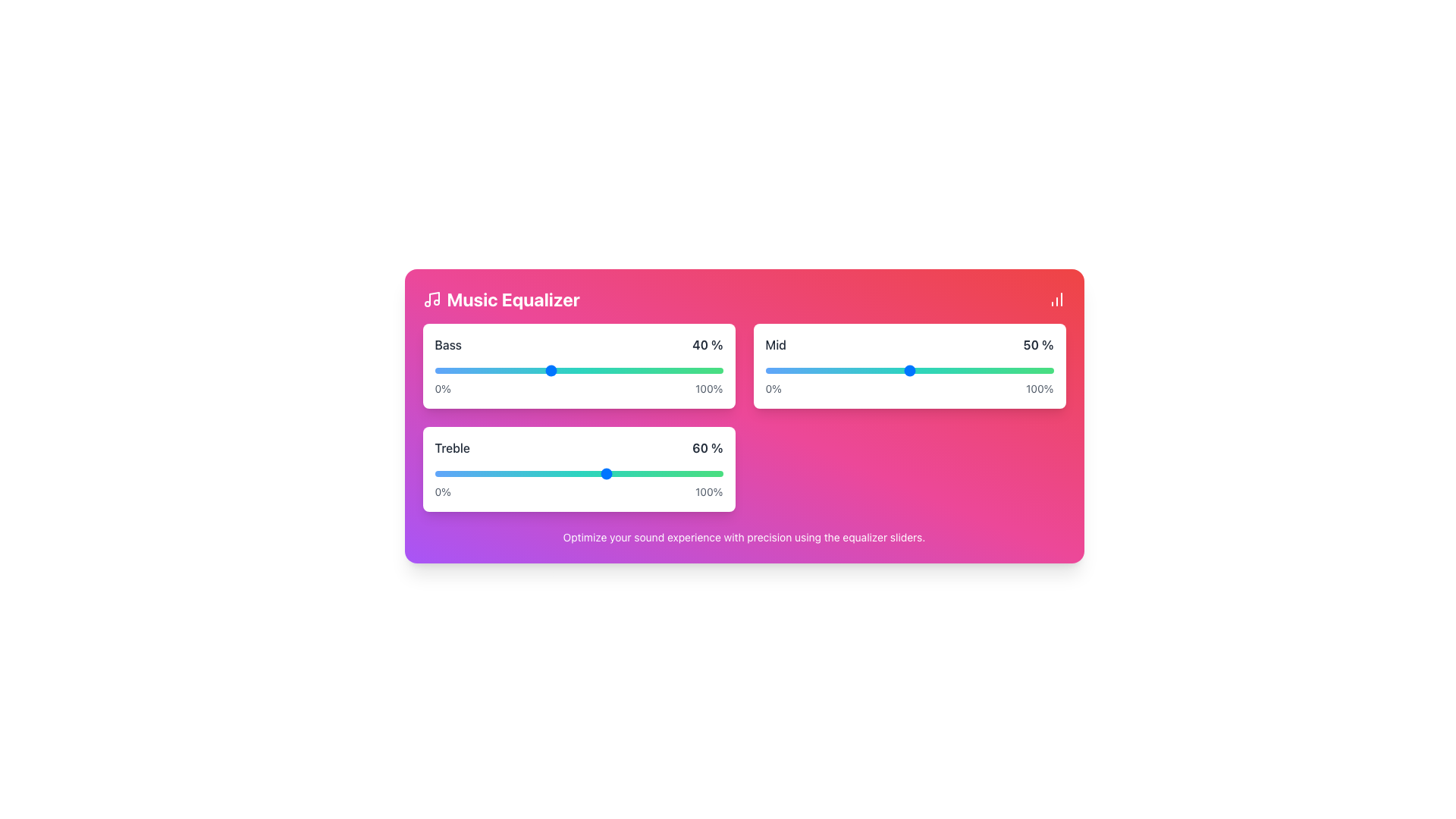 This screenshot has width=1456, height=819. Describe the element at coordinates (431, 299) in the screenshot. I see `the music note icon, which is the leftmost component of the 'Music Equalizer' header section, styled in line art with a pink background` at that location.